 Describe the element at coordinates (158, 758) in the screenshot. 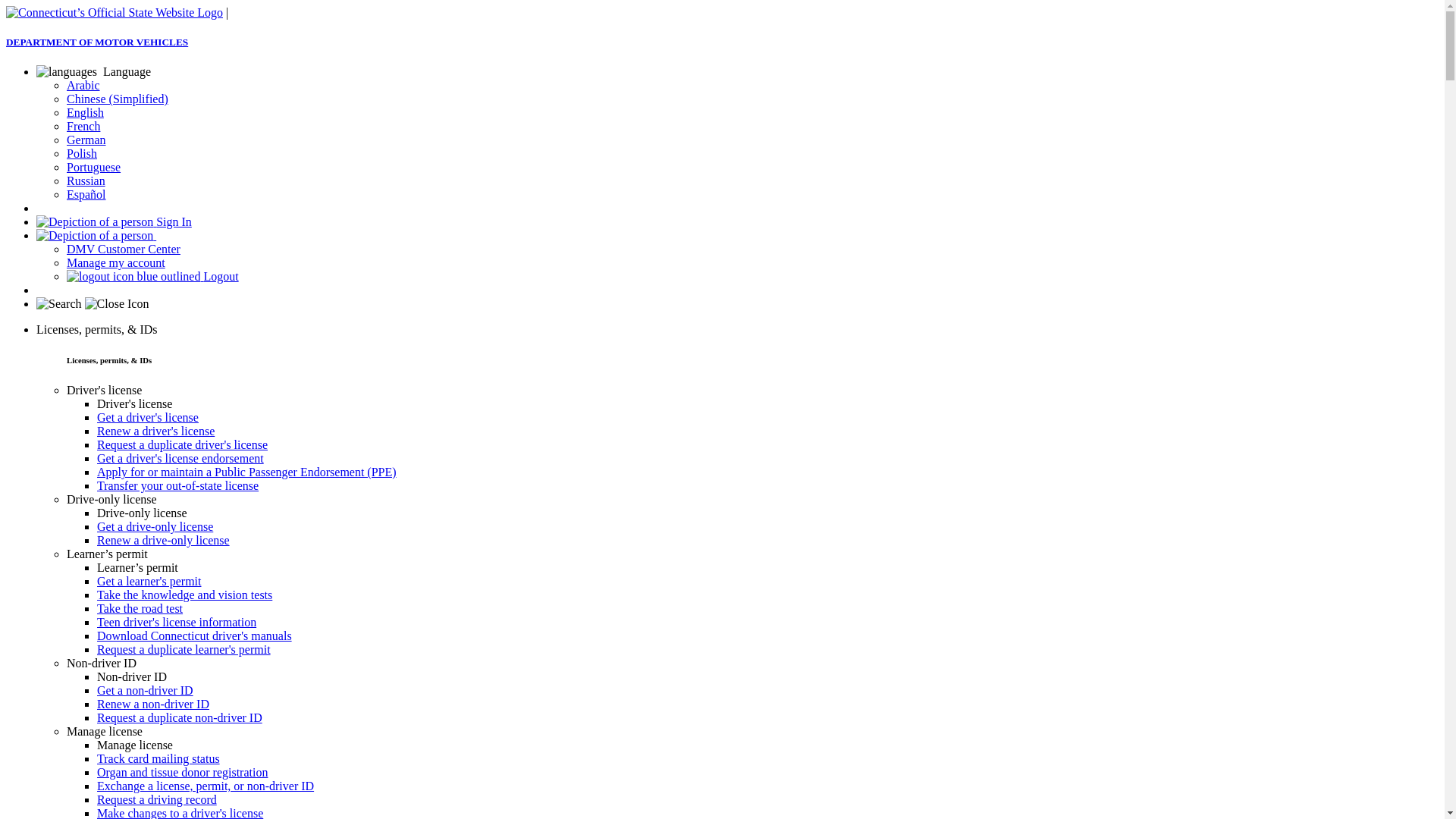

I see `'Track card mailing status'` at that location.